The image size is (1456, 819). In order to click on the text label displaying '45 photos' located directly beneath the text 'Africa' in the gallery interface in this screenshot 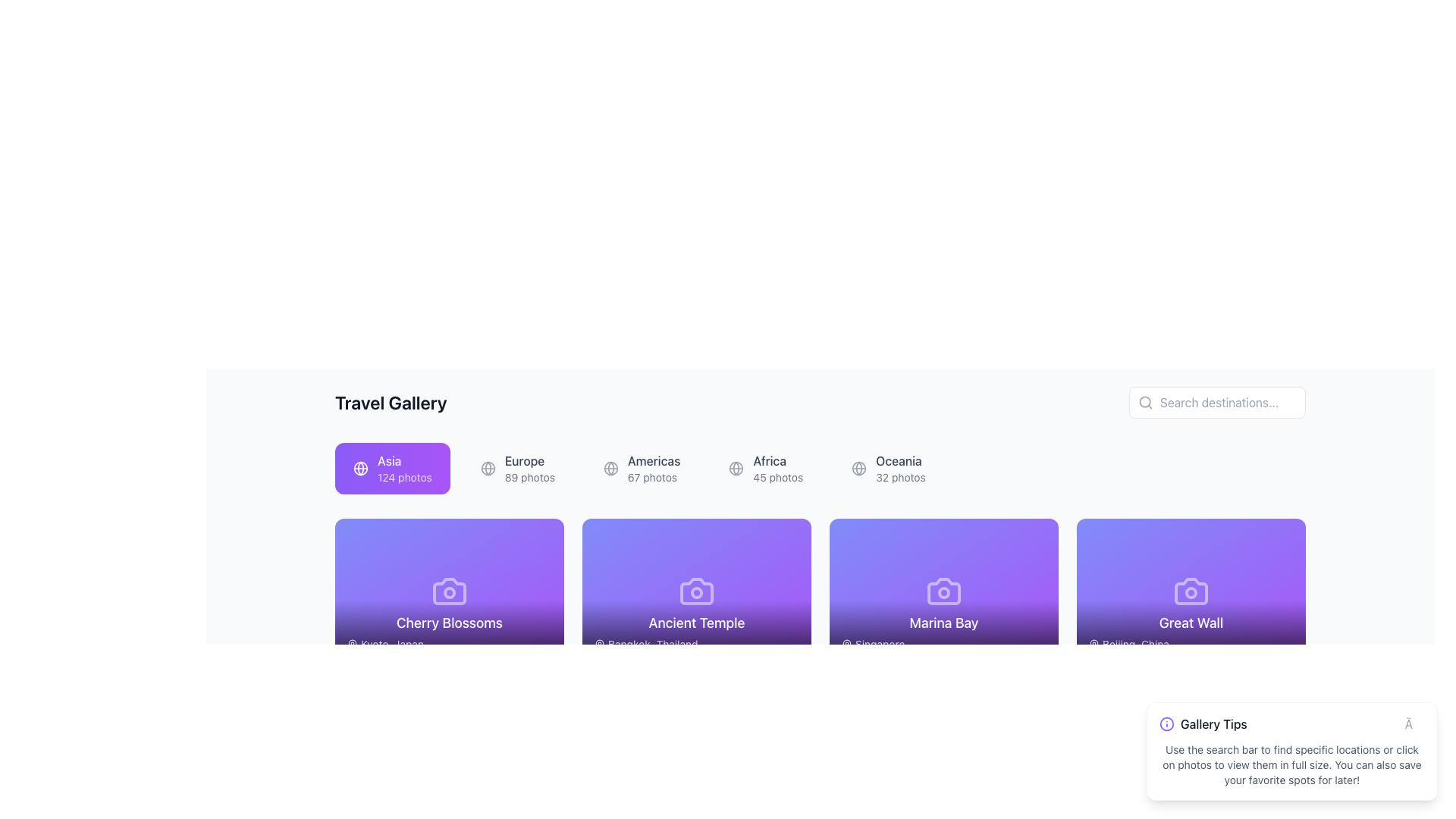, I will do `click(778, 476)`.